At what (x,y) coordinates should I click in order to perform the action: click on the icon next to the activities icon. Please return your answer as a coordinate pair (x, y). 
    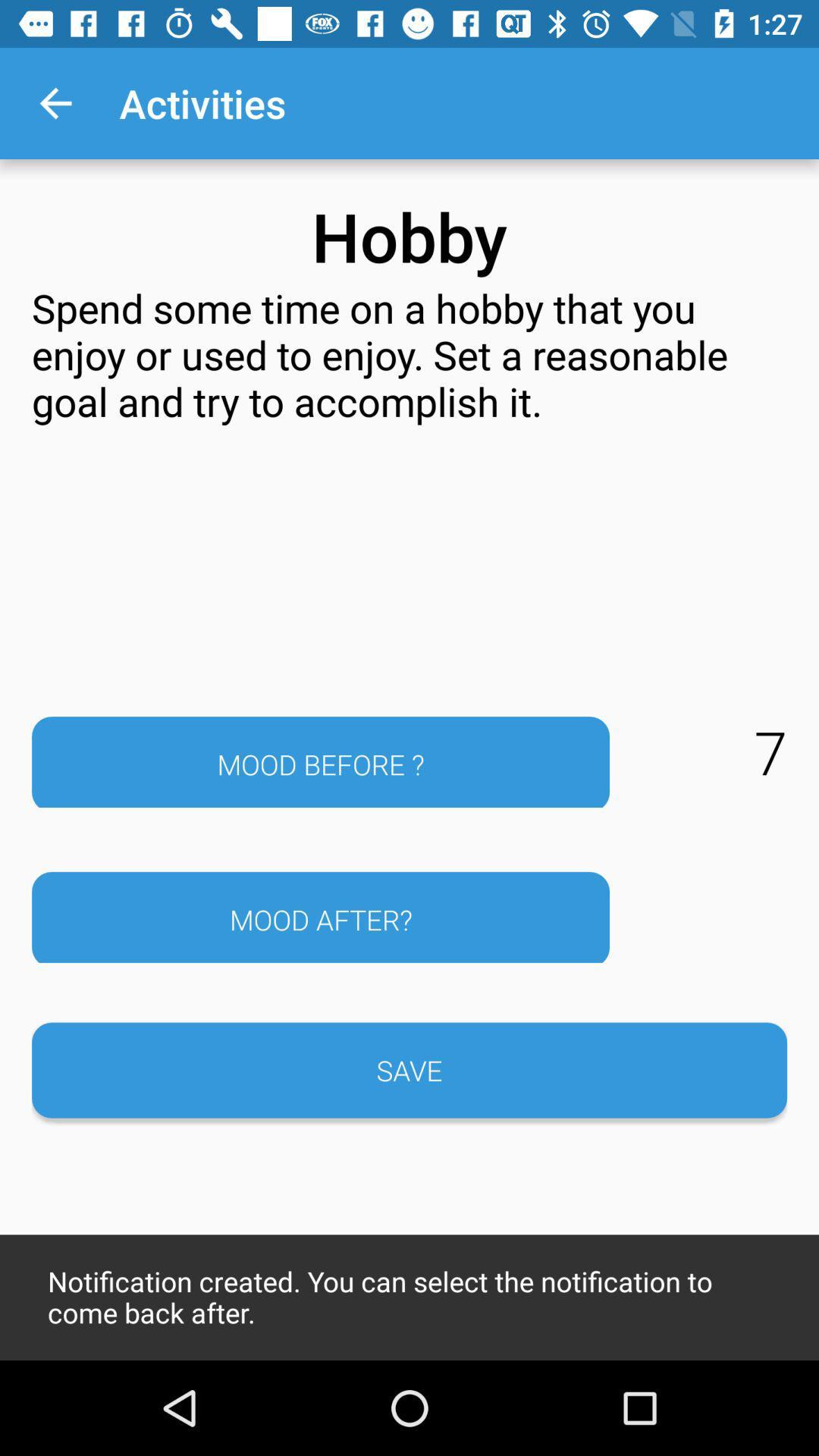
    Looking at the image, I should click on (55, 102).